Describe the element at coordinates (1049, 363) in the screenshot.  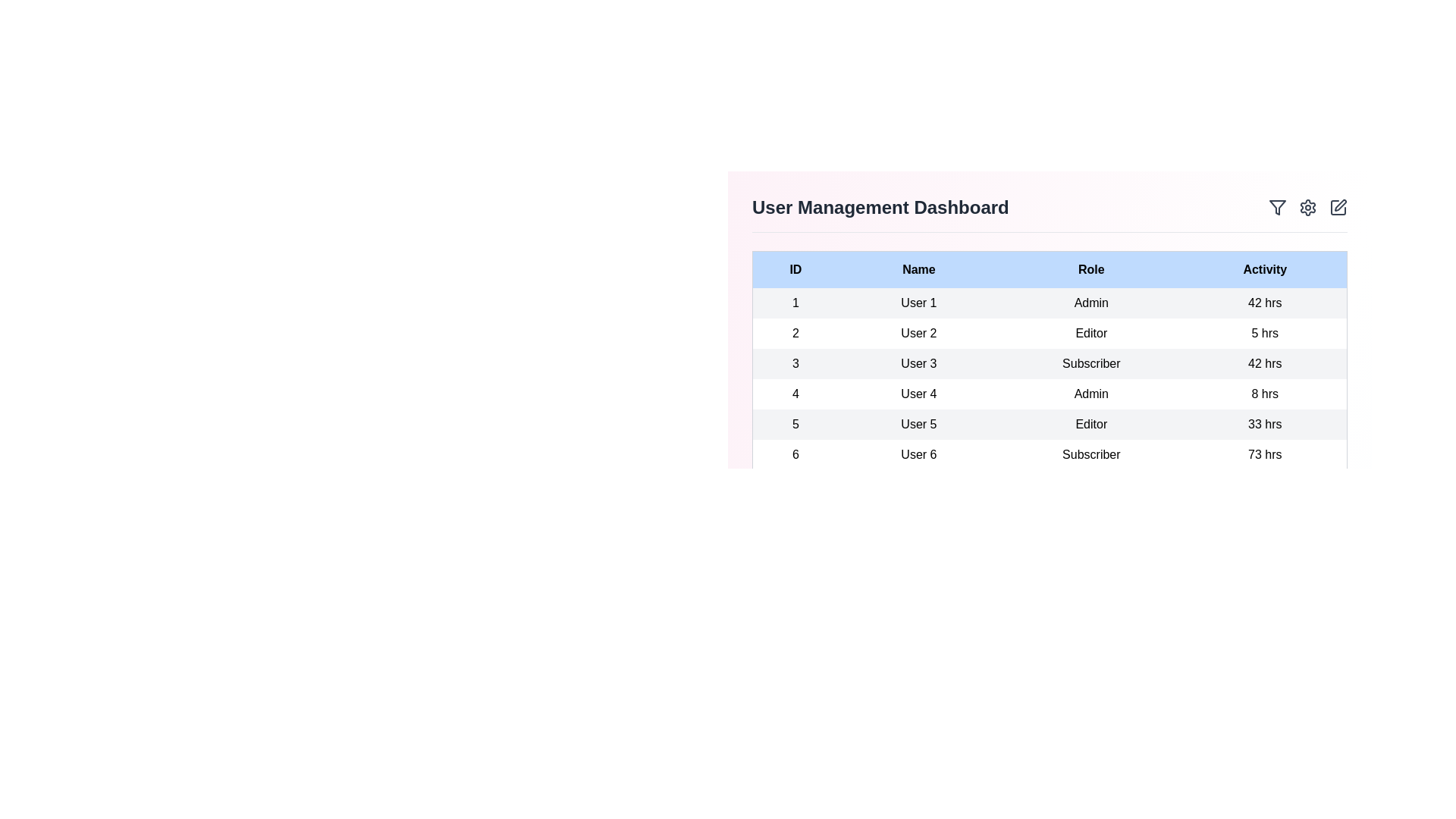
I see `the row corresponding to user ID 3` at that location.